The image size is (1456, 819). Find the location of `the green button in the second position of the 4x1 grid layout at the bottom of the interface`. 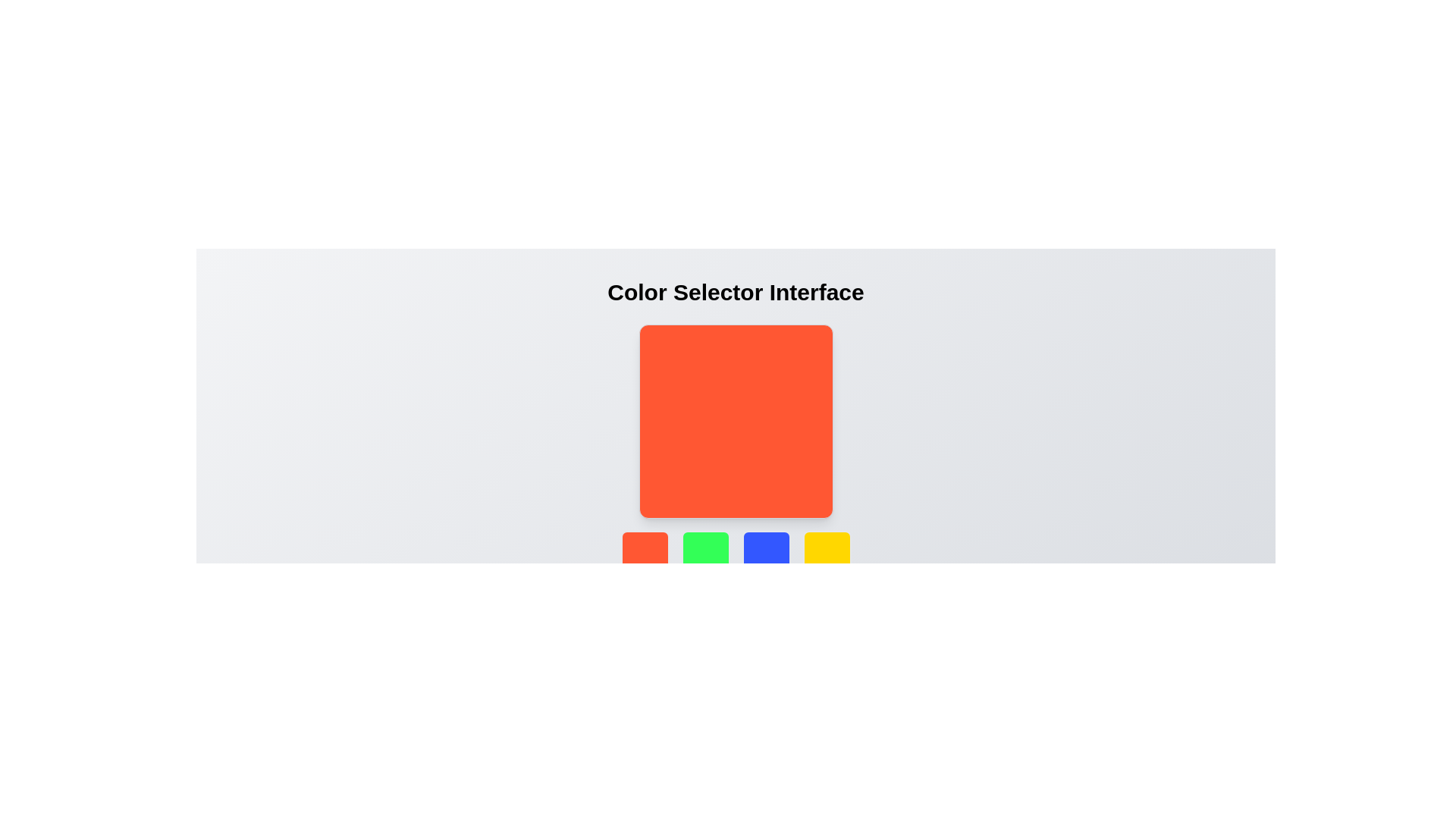

the green button in the second position of the 4x1 grid layout at the bottom of the interface is located at coordinates (704, 555).